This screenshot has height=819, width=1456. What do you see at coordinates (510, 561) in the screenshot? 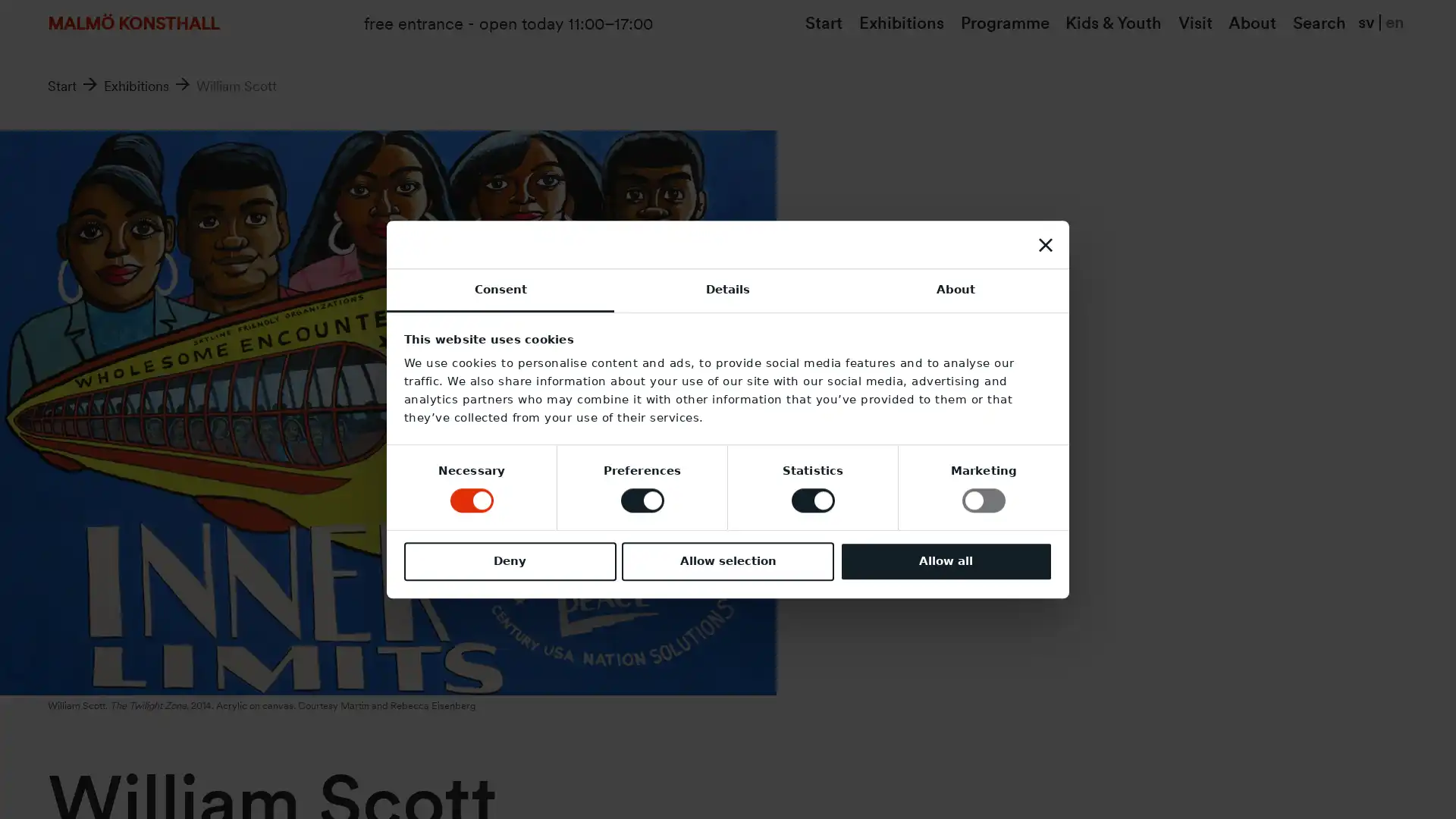
I see `Deny` at bounding box center [510, 561].